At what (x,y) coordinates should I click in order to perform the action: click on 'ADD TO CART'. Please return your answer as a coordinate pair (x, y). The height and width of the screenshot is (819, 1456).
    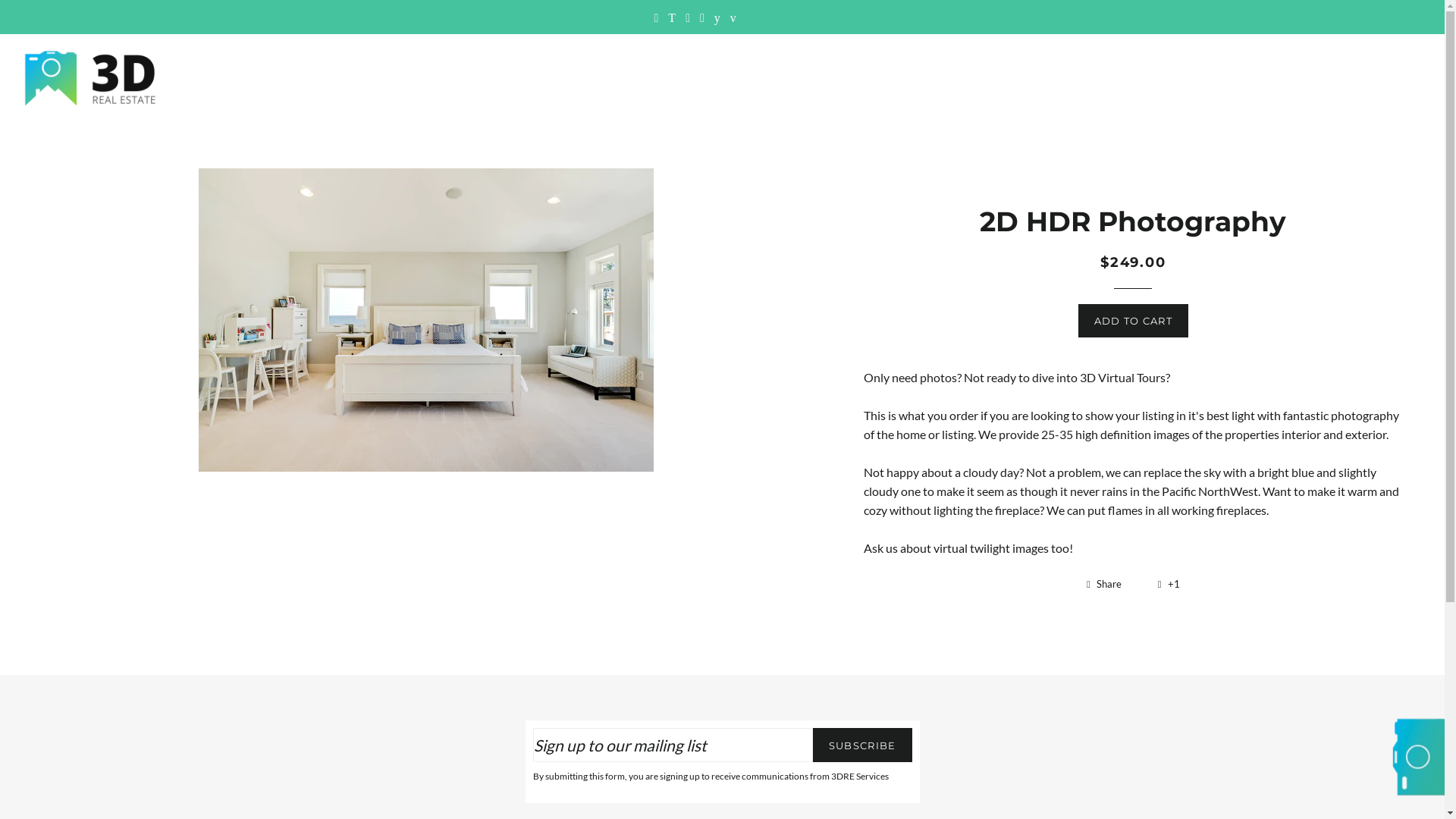
    Looking at the image, I should click on (1133, 320).